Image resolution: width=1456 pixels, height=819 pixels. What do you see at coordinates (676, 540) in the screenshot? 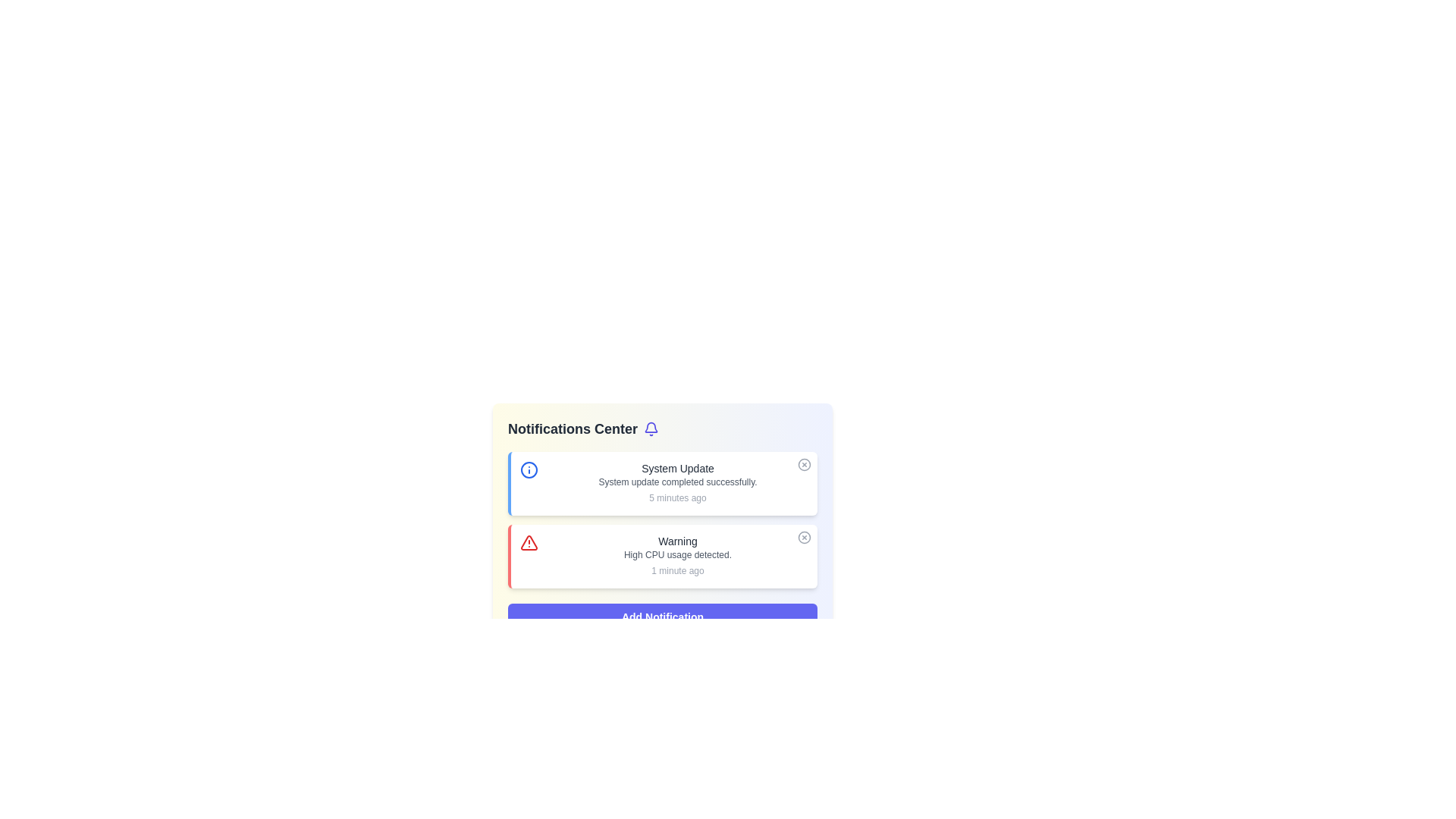
I see `the 'Warning' text label located at the top-left corner of the notification entry in the notification center` at bounding box center [676, 540].